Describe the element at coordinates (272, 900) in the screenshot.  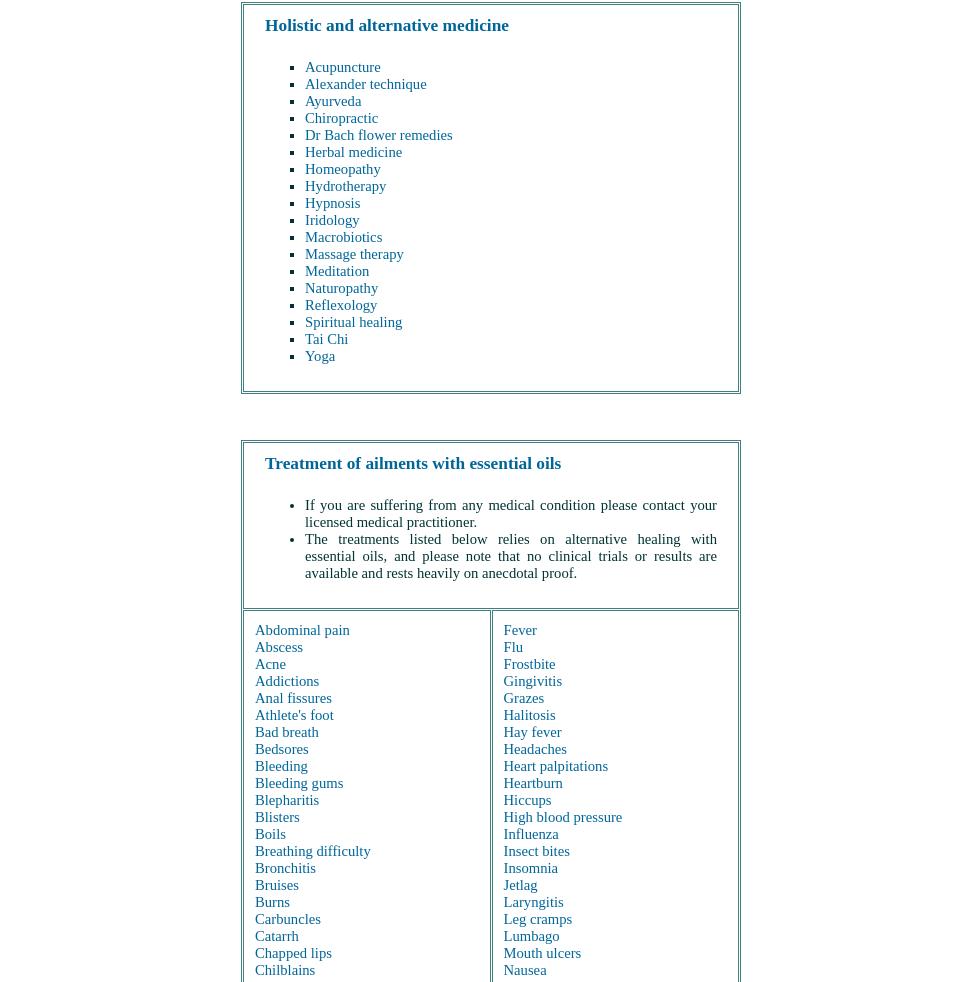
I see `'Burns'` at that location.